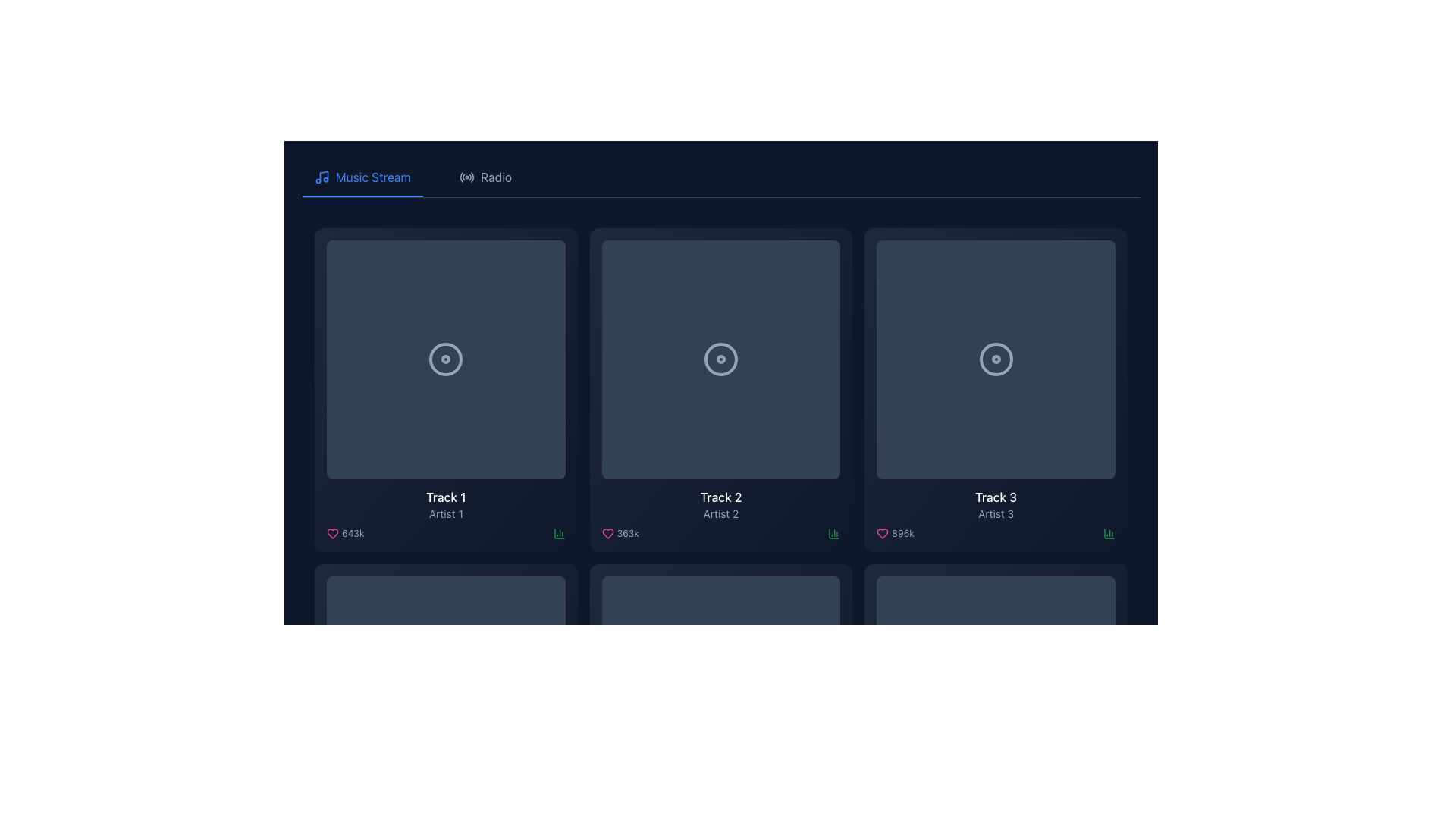 The width and height of the screenshot is (1456, 819). Describe the element at coordinates (720, 389) in the screenshot. I see `the music item card` at that location.